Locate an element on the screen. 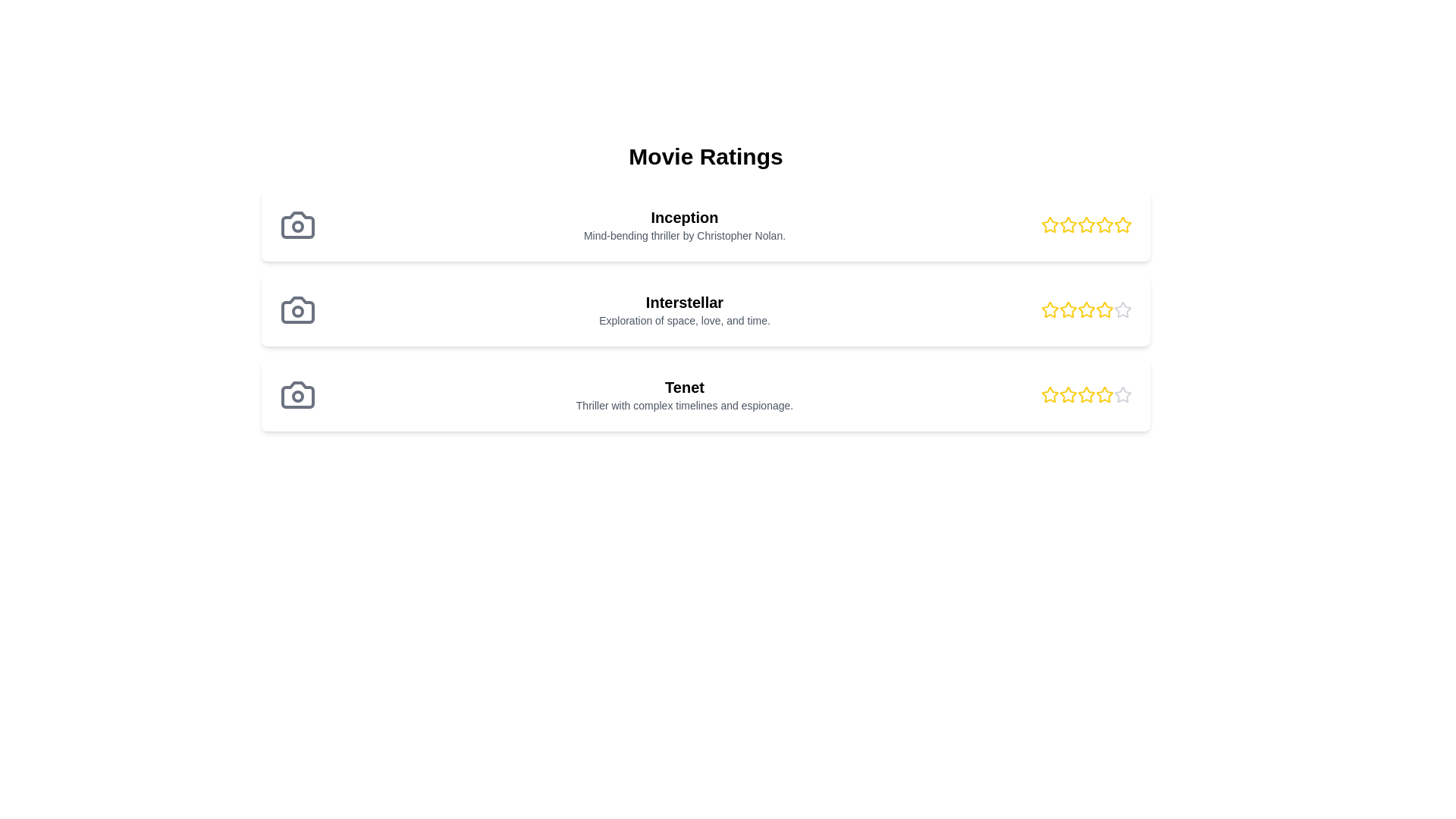  the fourth yellow rating star icon in the 'Tenet' movie rating row is located at coordinates (1086, 394).